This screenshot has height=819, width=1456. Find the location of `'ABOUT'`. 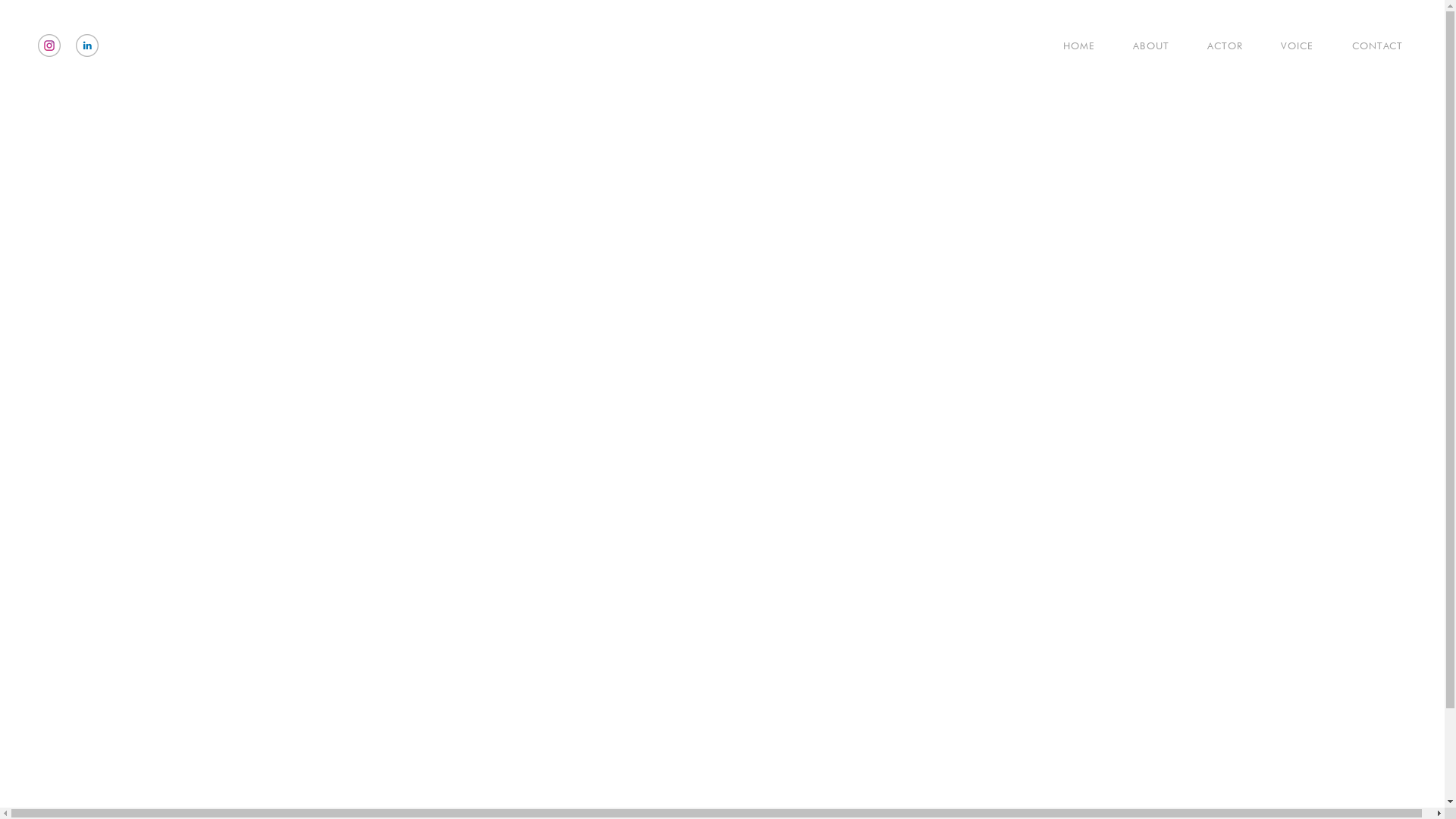

'ABOUT' is located at coordinates (1135, 45).